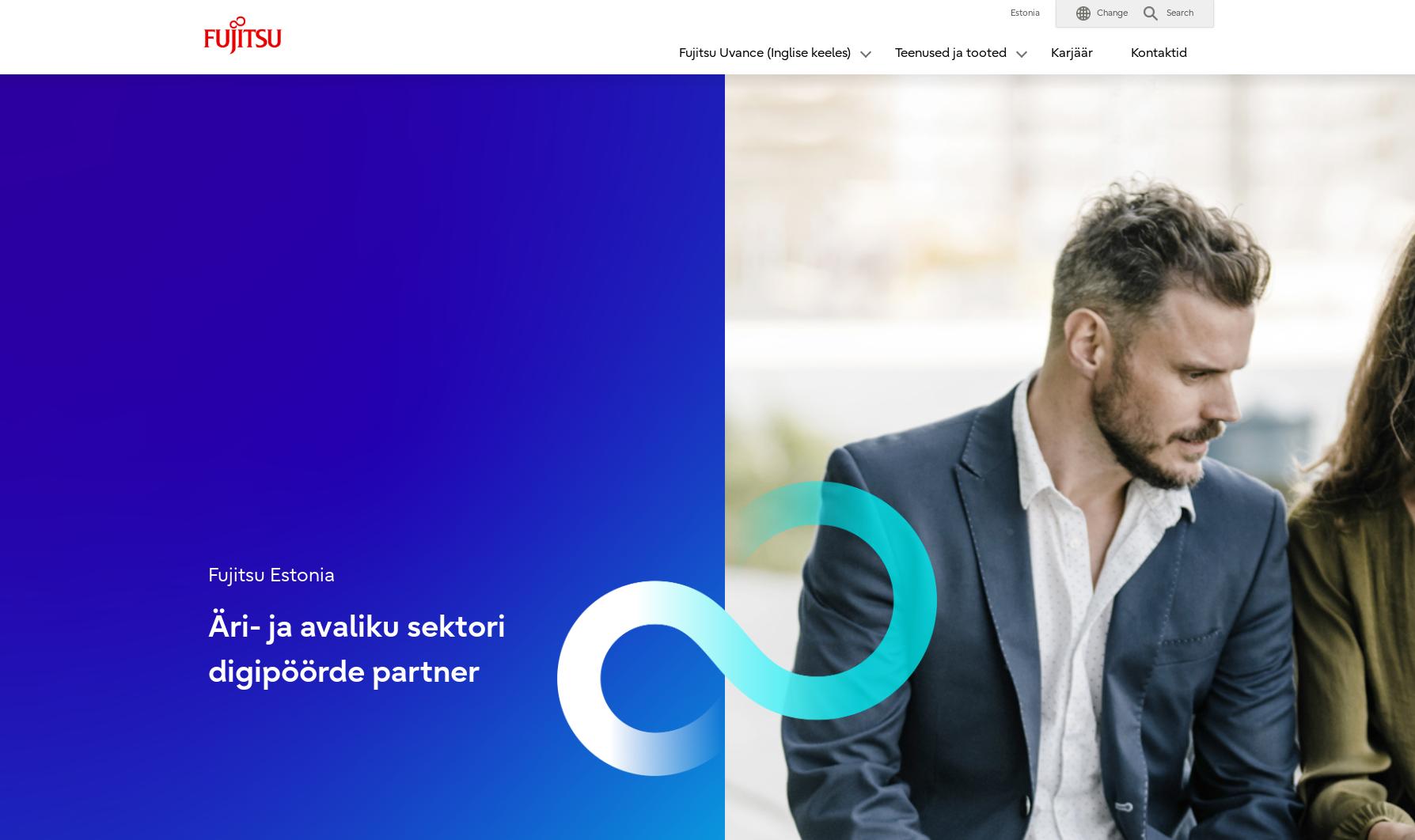 The image size is (1415, 840). Describe the element at coordinates (1009, 13) in the screenshot. I see `'Estonia'` at that location.